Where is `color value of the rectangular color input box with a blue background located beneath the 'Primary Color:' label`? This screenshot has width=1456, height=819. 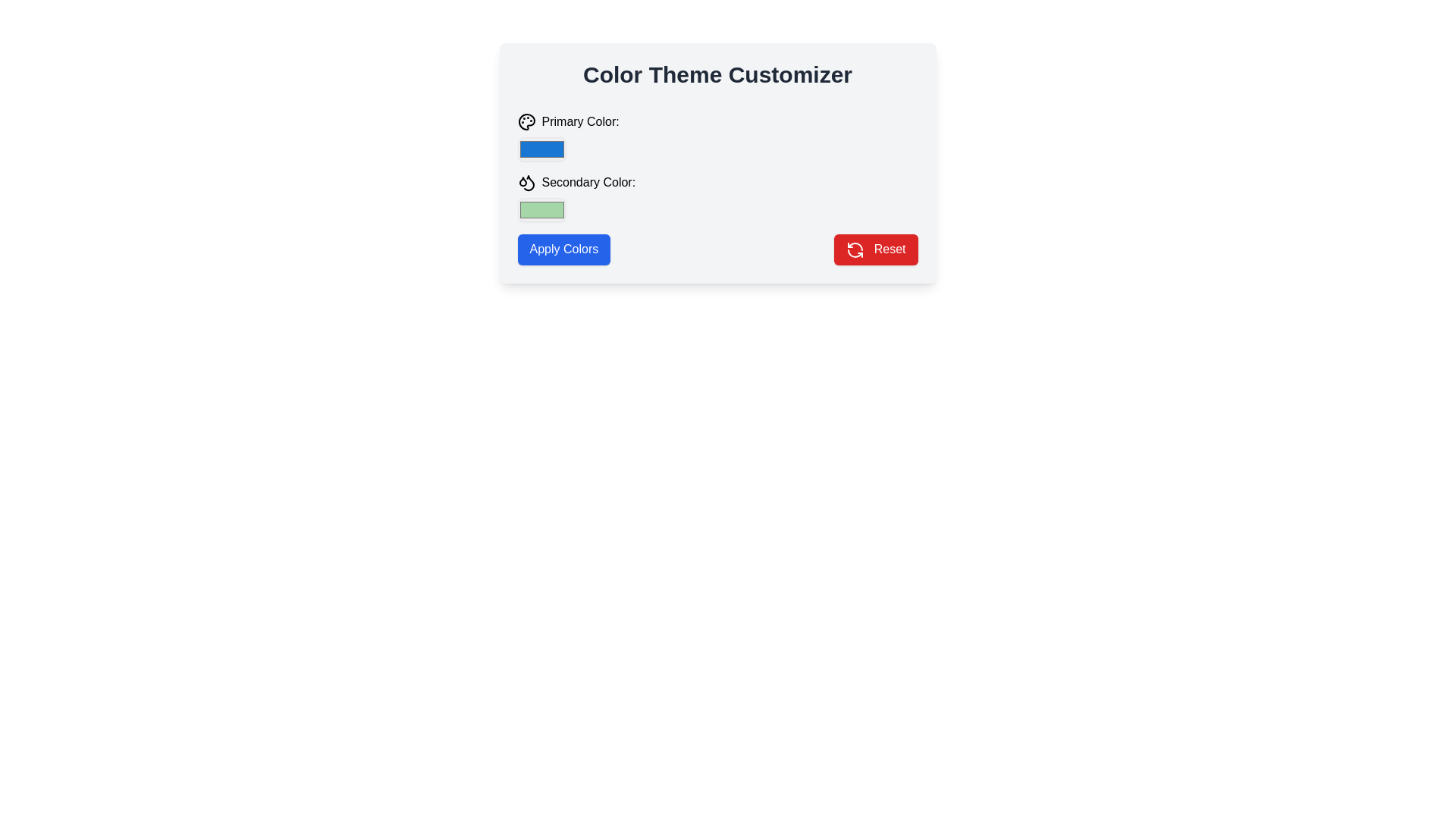
color value of the rectangular color input box with a blue background located beneath the 'Primary Color:' label is located at coordinates (541, 149).